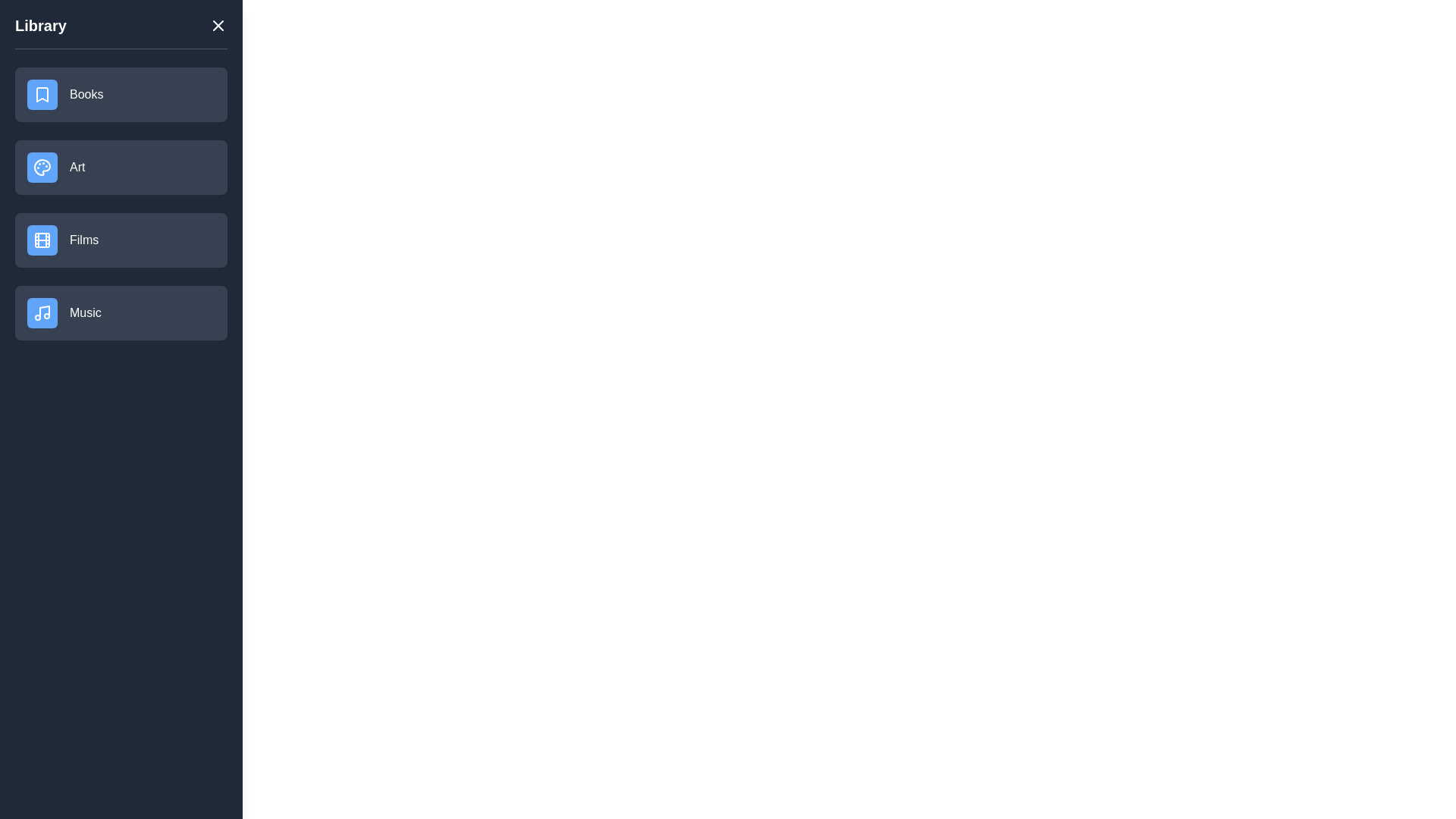 This screenshot has width=1456, height=819. What do you see at coordinates (120, 32) in the screenshot?
I see `the Library heading visually` at bounding box center [120, 32].